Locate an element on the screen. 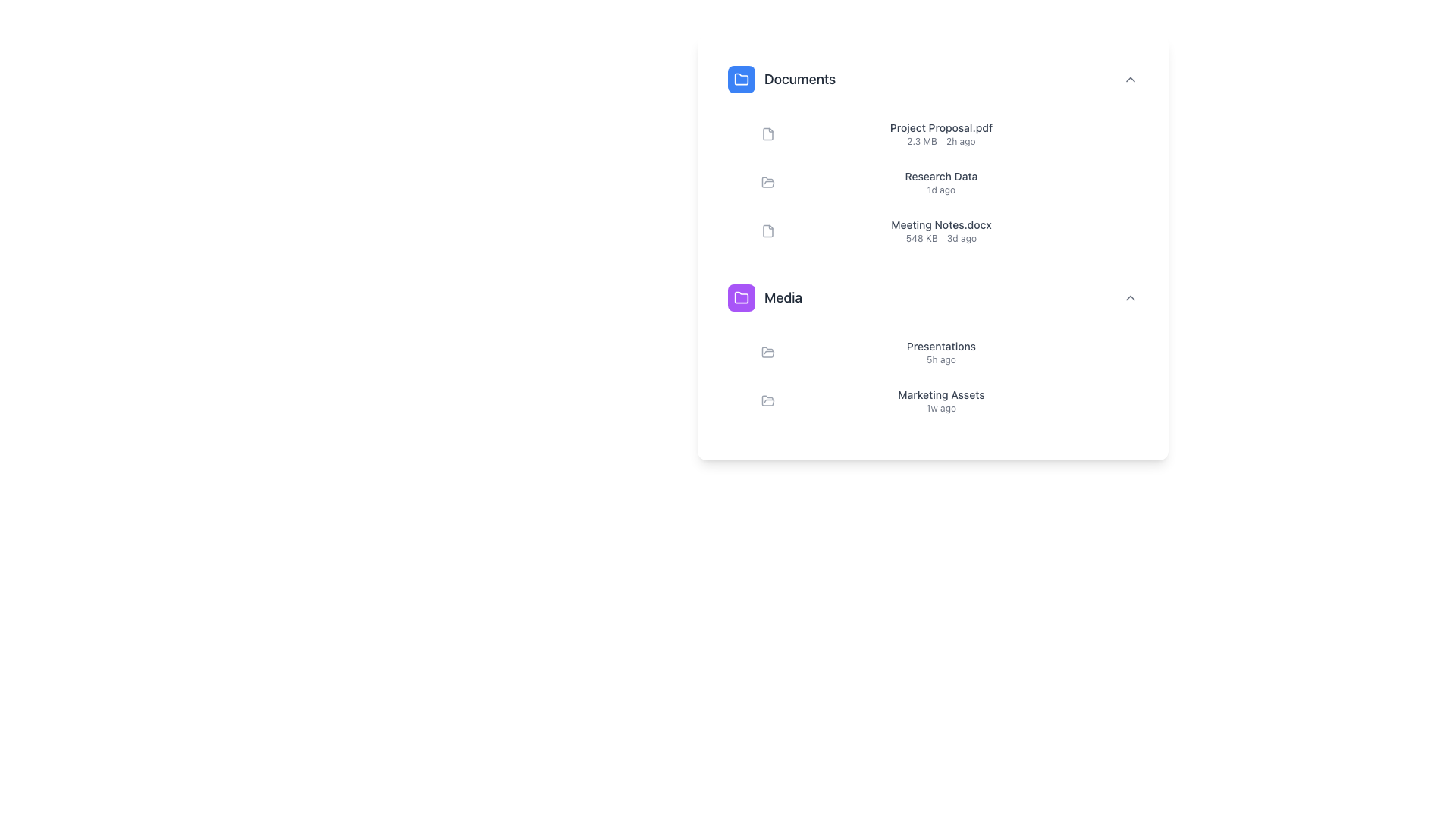 The width and height of the screenshot is (1456, 819). the informational text displaying '548 KB 3d ago' which is located below the 'Meeting Notes.docx' label is located at coordinates (940, 239).